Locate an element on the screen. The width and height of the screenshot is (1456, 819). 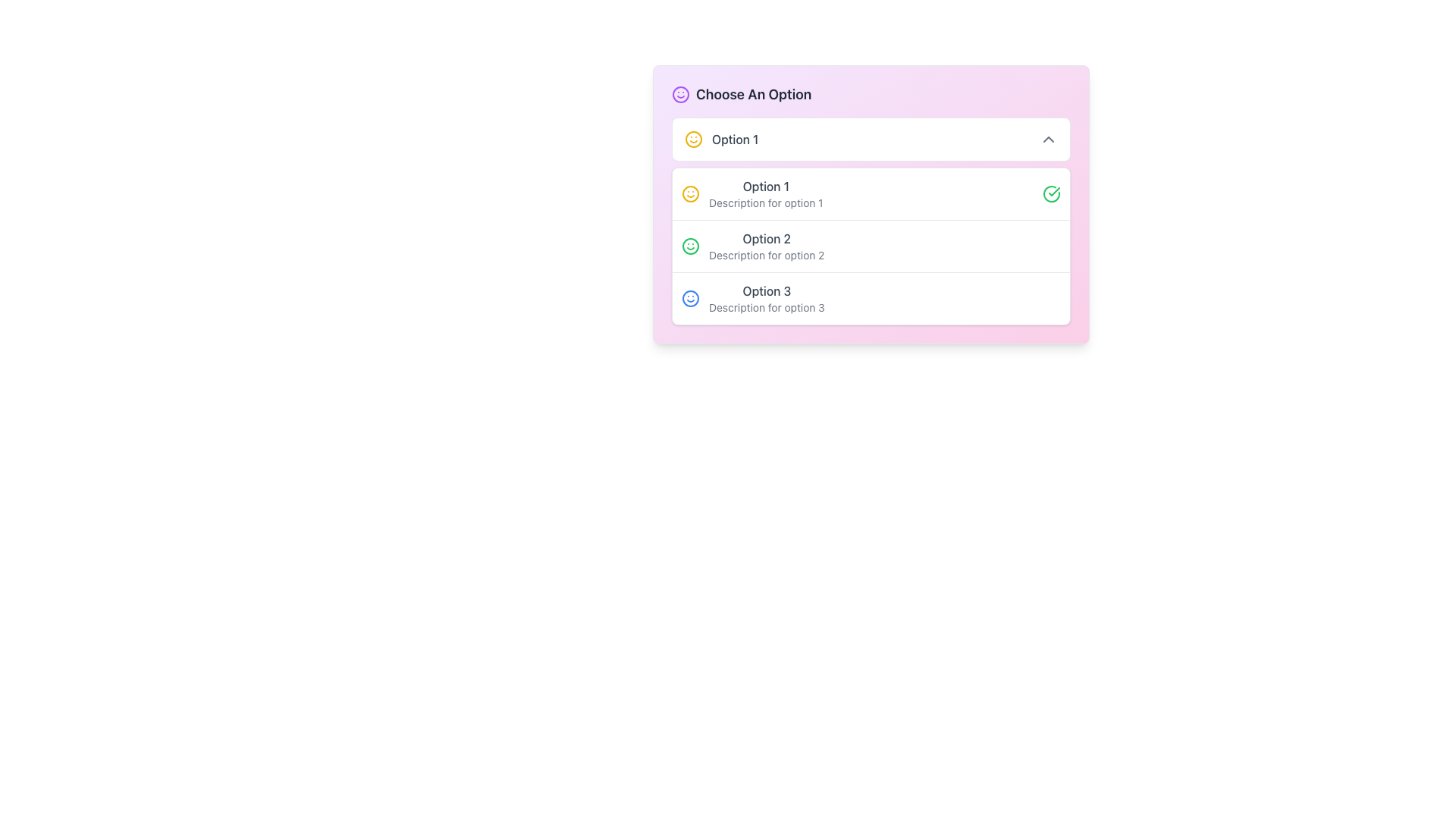
the icon that visually enhances 'Option 3' in the vertical list, located at the top-left corner of the third option is located at coordinates (690, 298).